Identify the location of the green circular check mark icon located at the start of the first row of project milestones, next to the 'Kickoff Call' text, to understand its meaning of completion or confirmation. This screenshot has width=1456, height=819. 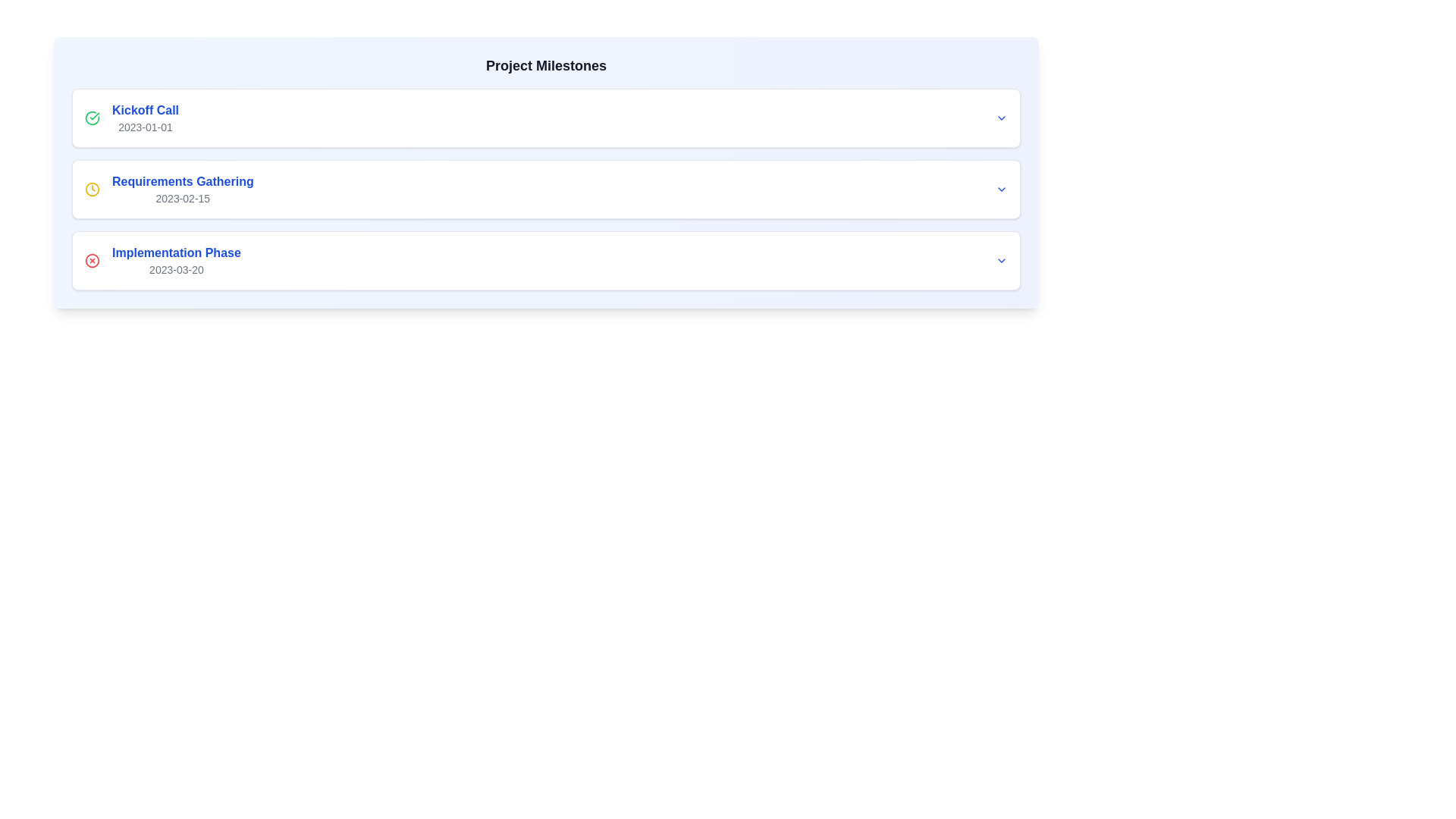
(91, 117).